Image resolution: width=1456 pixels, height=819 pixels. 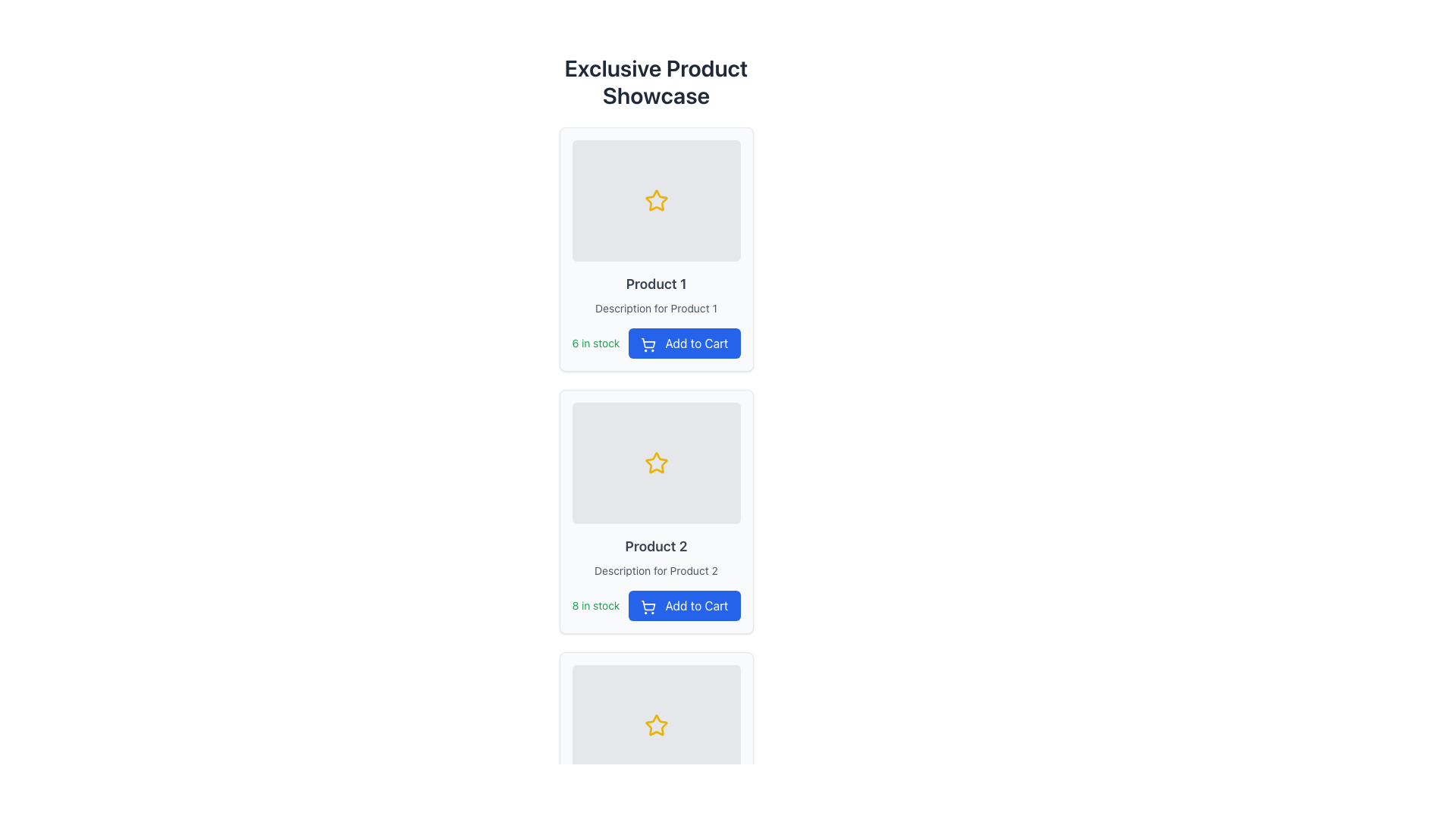 I want to click on the static text label reading 'Product 2', which is located within the second product card, beneath a yellow star icon and above a smaller description text, so click(x=656, y=547).